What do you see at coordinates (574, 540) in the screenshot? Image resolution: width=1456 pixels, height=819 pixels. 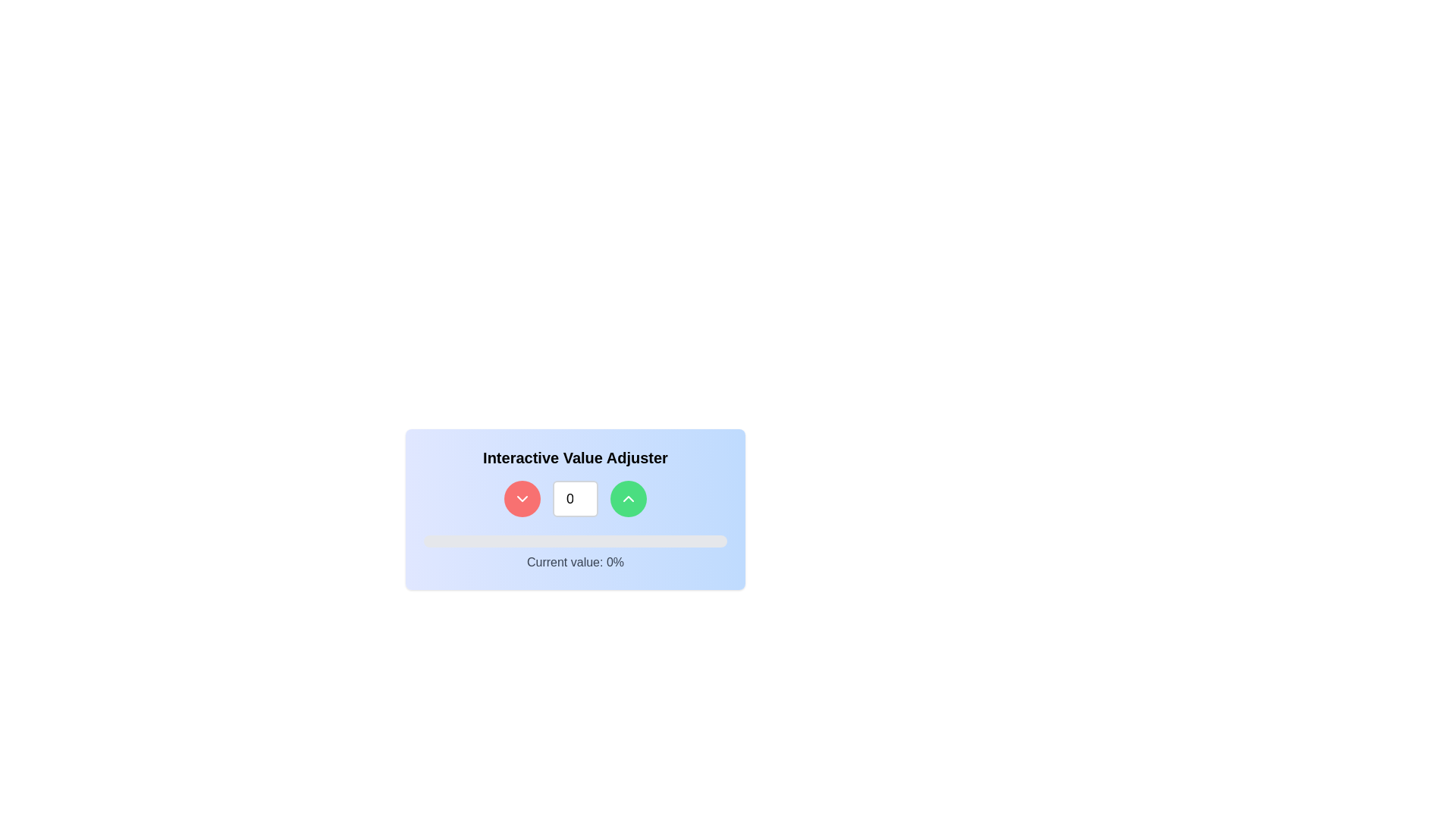 I see `the progress bar located at the bottom of the 'Interactive Value Adjuster' card, which visually represents the current state of progress with a blue segment` at bounding box center [574, 540].